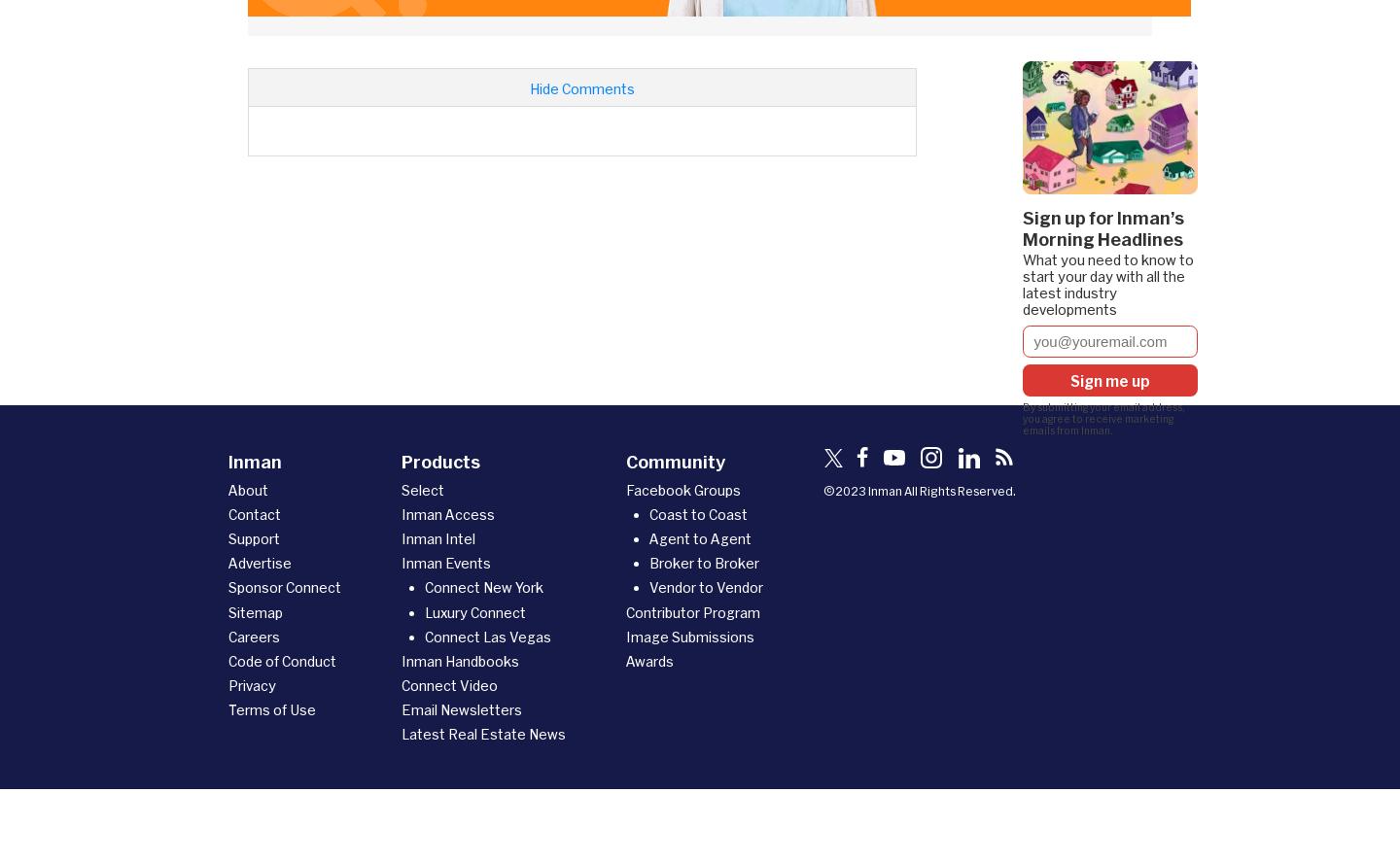  I want to click on 'Careers', so click(228, 635).